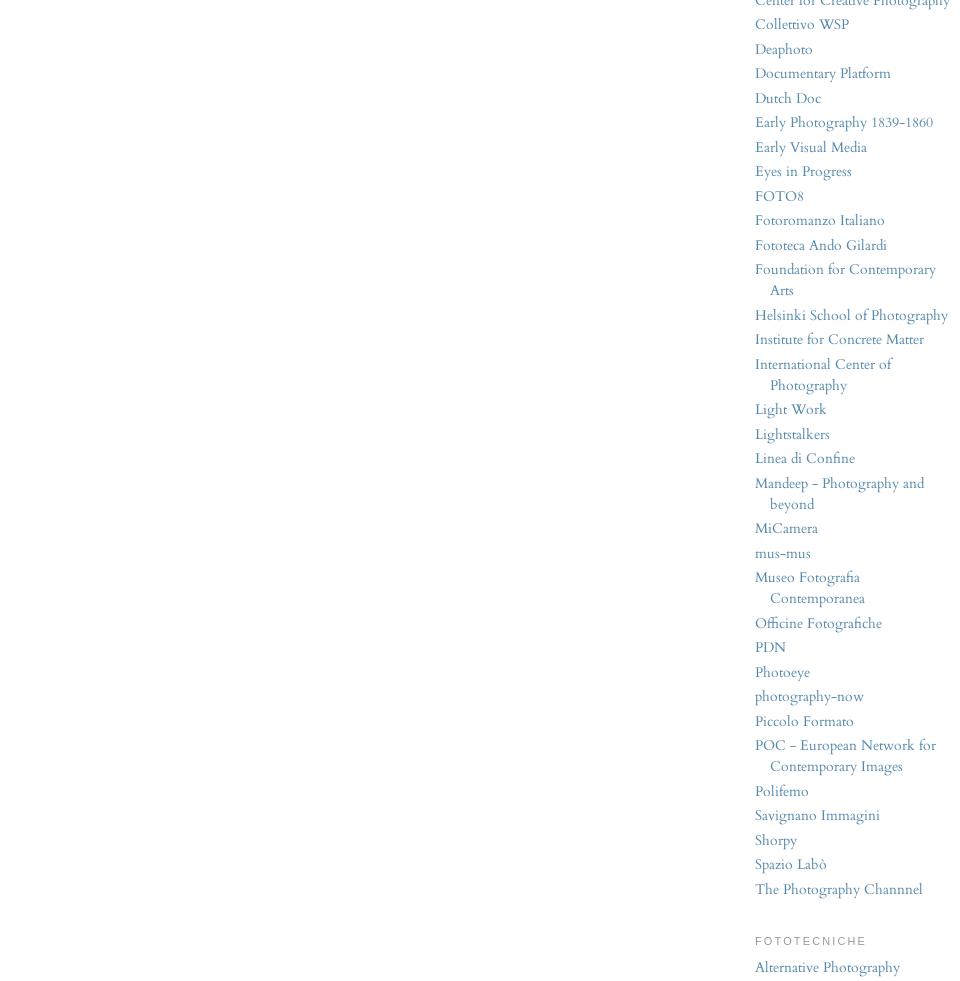  Describe the element at coordinates (844, 278) in the screenshot. I see `'Foundation for Contemporary Arts'` at that location.